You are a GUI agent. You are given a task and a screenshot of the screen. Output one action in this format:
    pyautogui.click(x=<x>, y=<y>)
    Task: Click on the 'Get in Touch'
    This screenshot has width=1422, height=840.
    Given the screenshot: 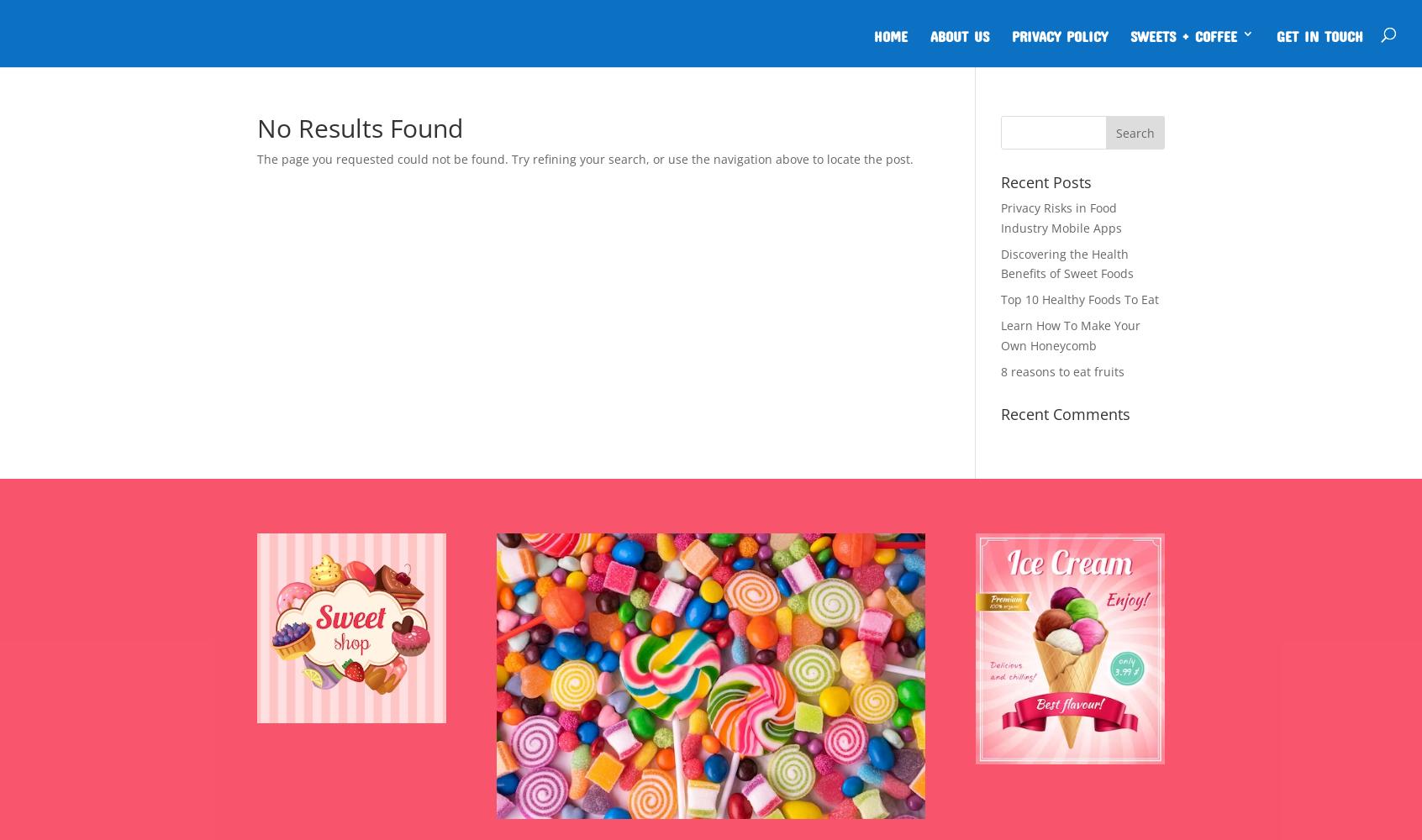 What is the action you would take?
    pyautogui.click(x=1319, y=34)
    